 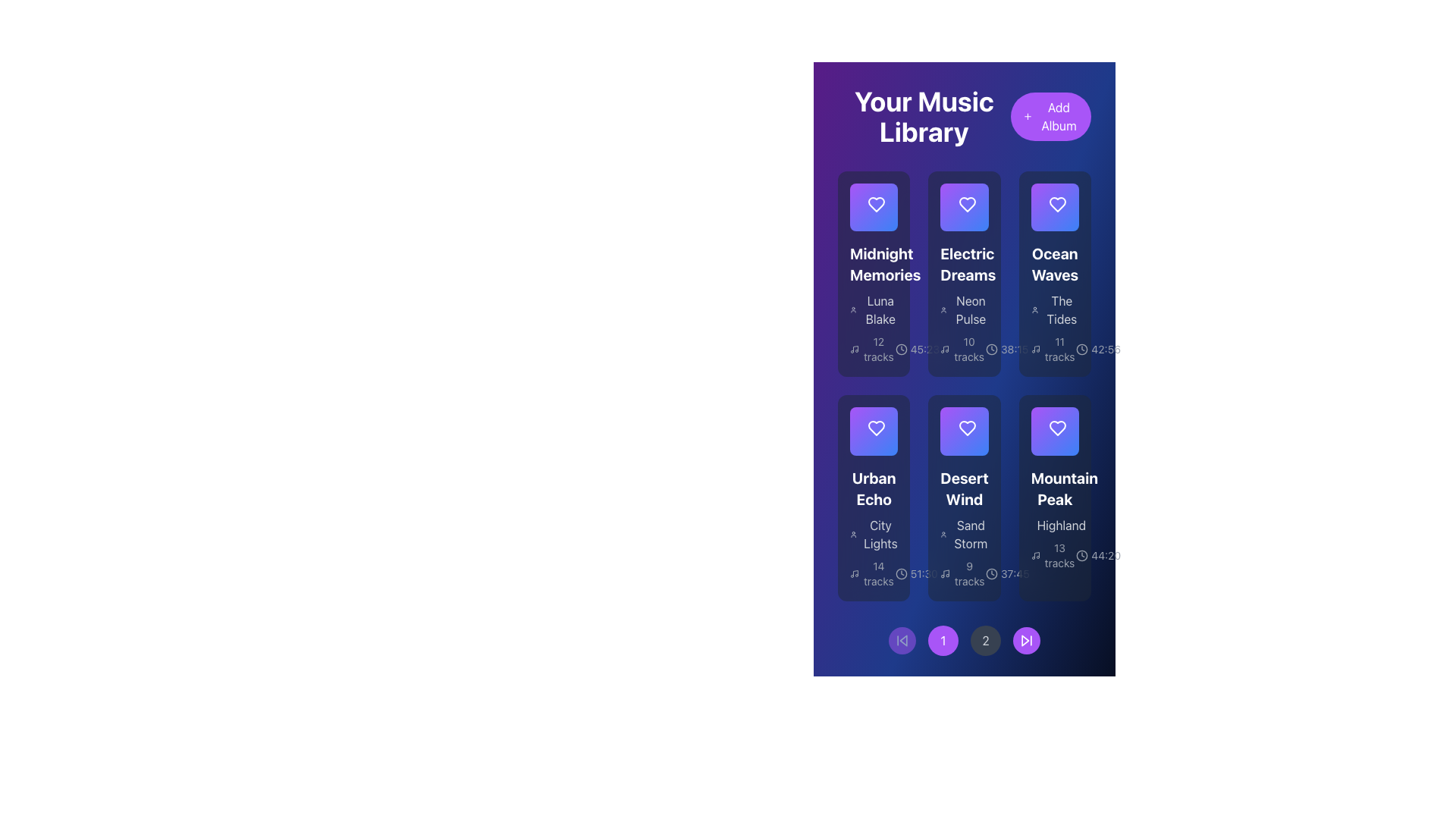 I want to click on textual information from the Text label indicating the number of tracks in the 'Mountain Peak' album, located above the duration label '44:20' in the lower portion of the card, so click(x=1054, y=555).